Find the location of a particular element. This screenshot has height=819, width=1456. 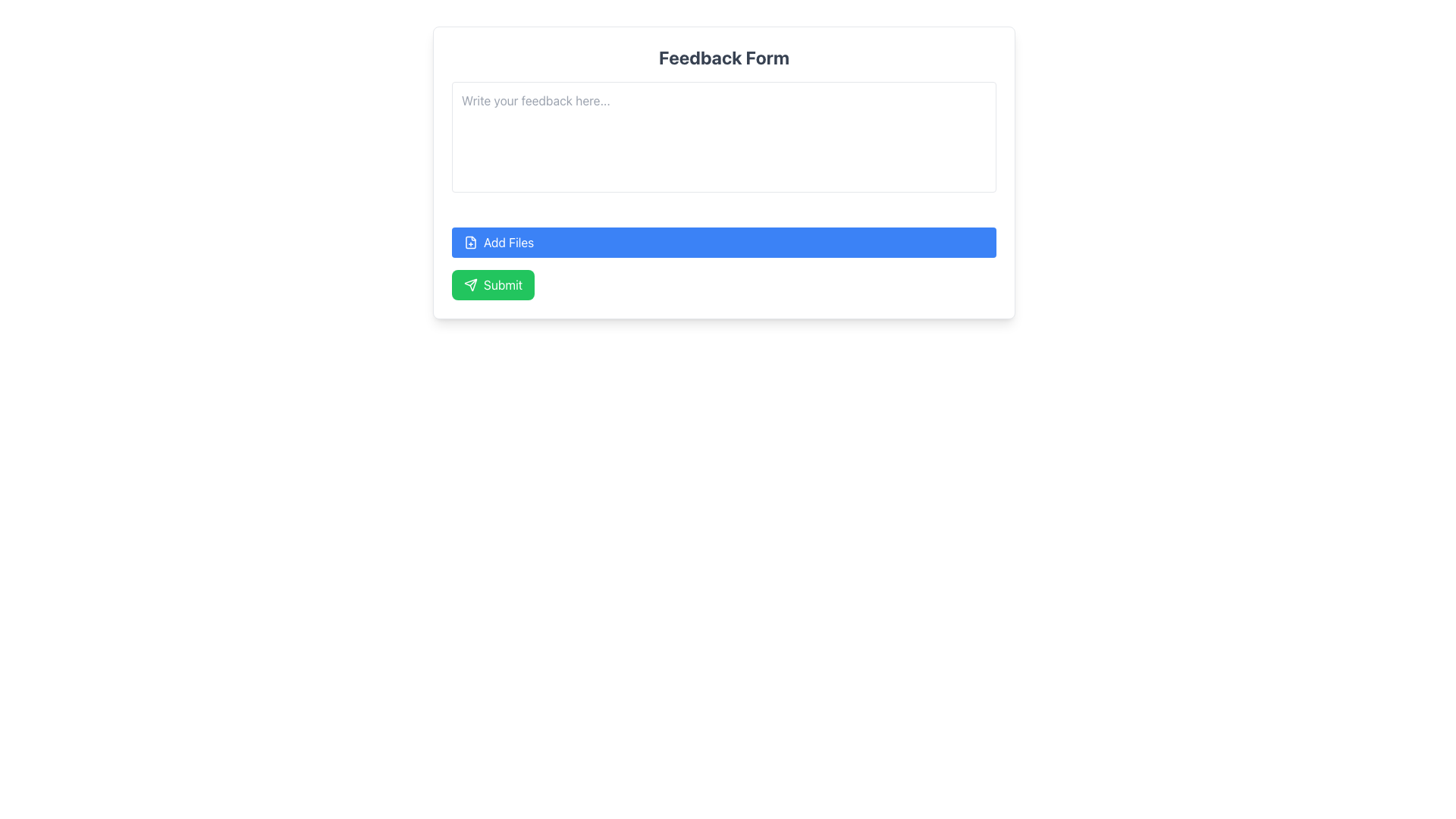

the paper airplane SVG icon, which is located on the leftmost side of the green 'Submit' button is located at coordinates (469, 284).